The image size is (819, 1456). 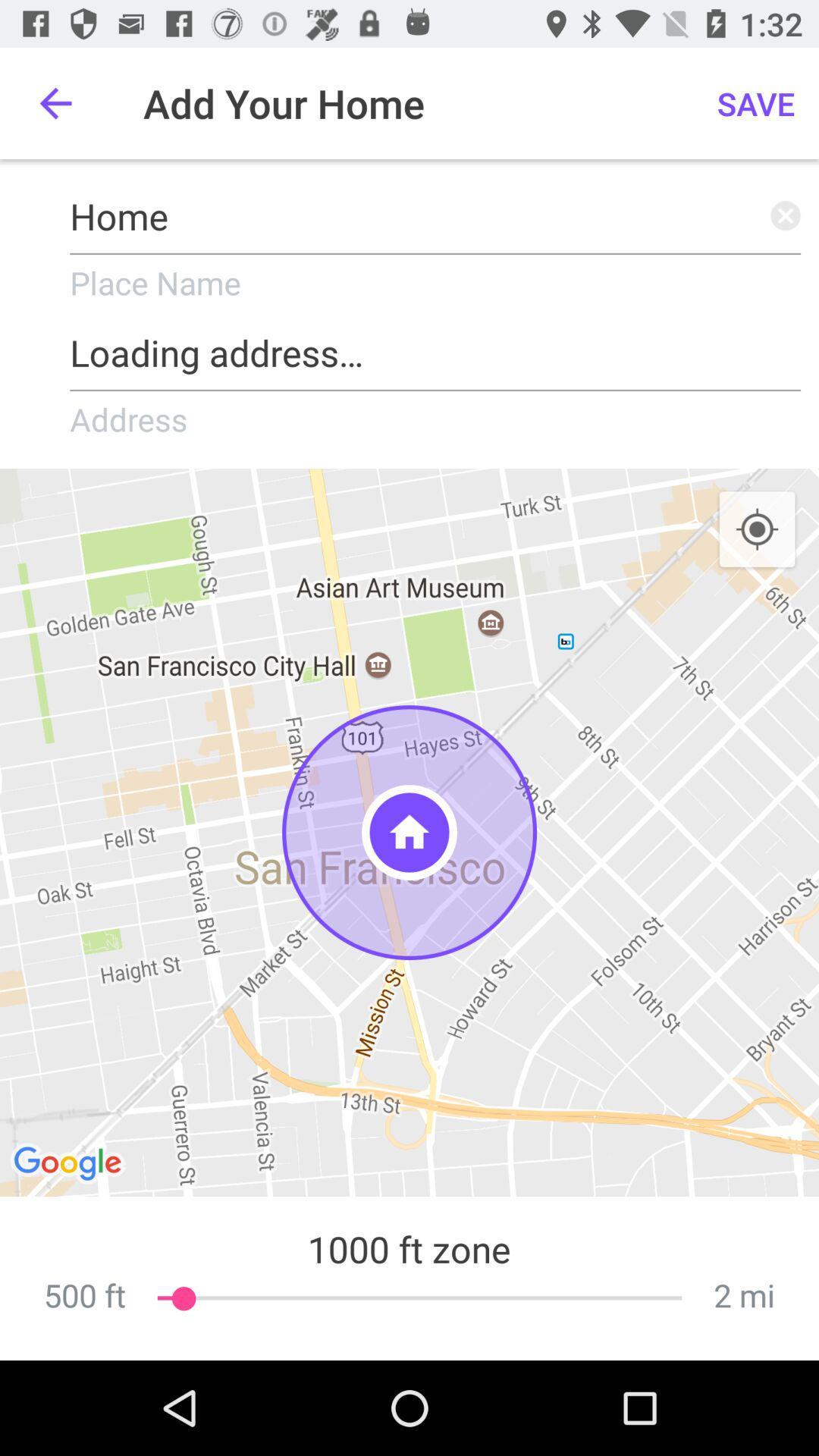 I want to click on the icon above address item, so click(x=435, y=347).